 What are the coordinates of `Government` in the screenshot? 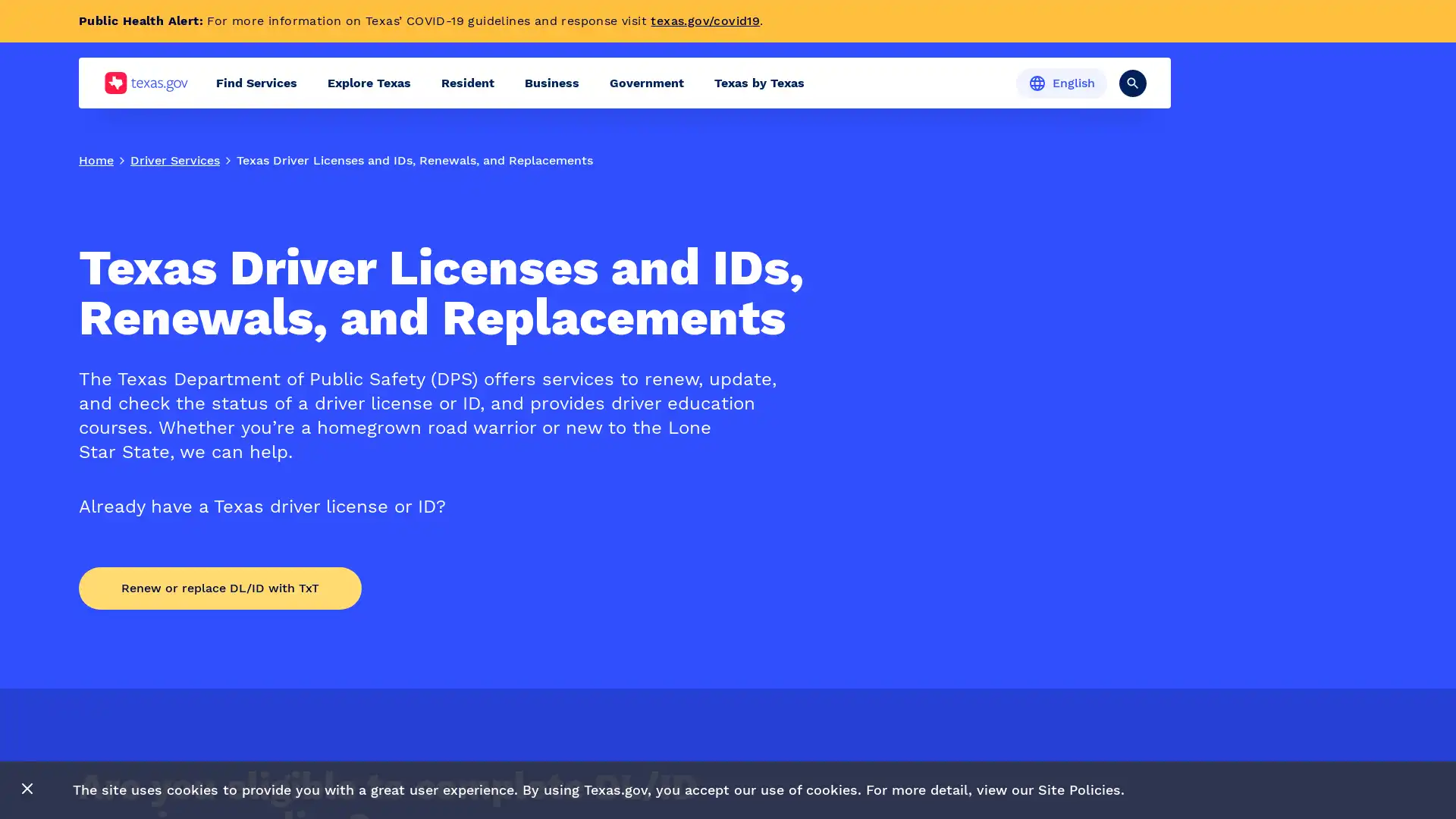 It's located at (647, 83).